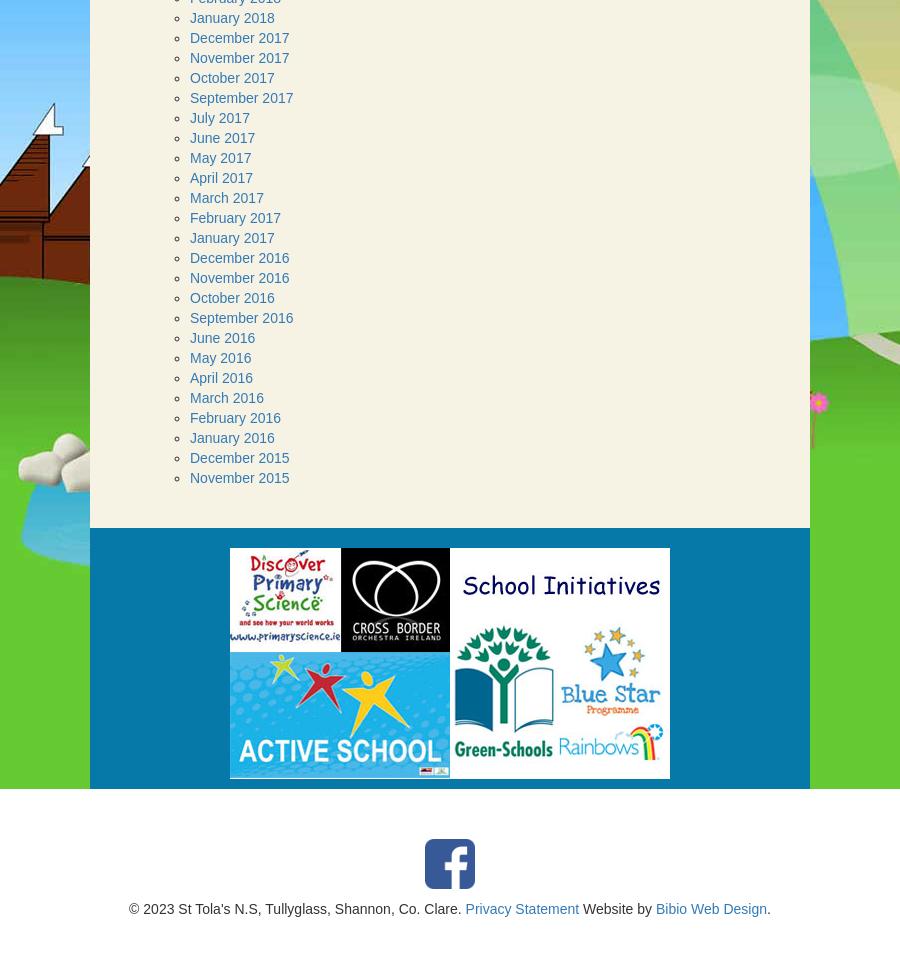 This screenshot has height=966, width=900. Describe the element at coordinates (189, 356) in the screenshot. I see `'May 2016'` at that location.